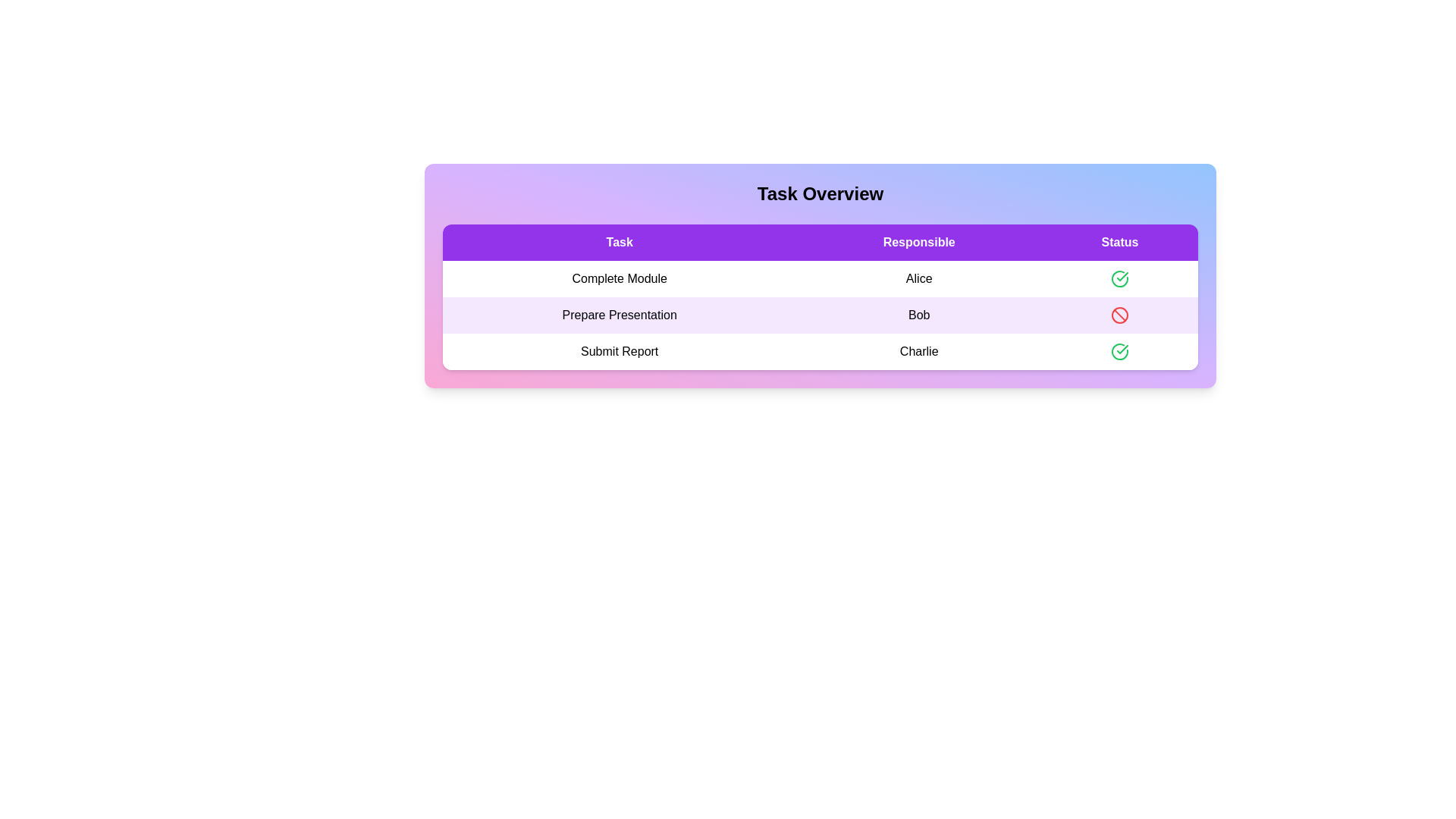 The image size is (1456, 819). Describe the element at coordinates (819, 193) in the screenshot. I see `the headline text labeled 'Task Overview', which is styled in bold and large font, located at the top of a gradient background that transitions from pink to purple to blue` at that location.